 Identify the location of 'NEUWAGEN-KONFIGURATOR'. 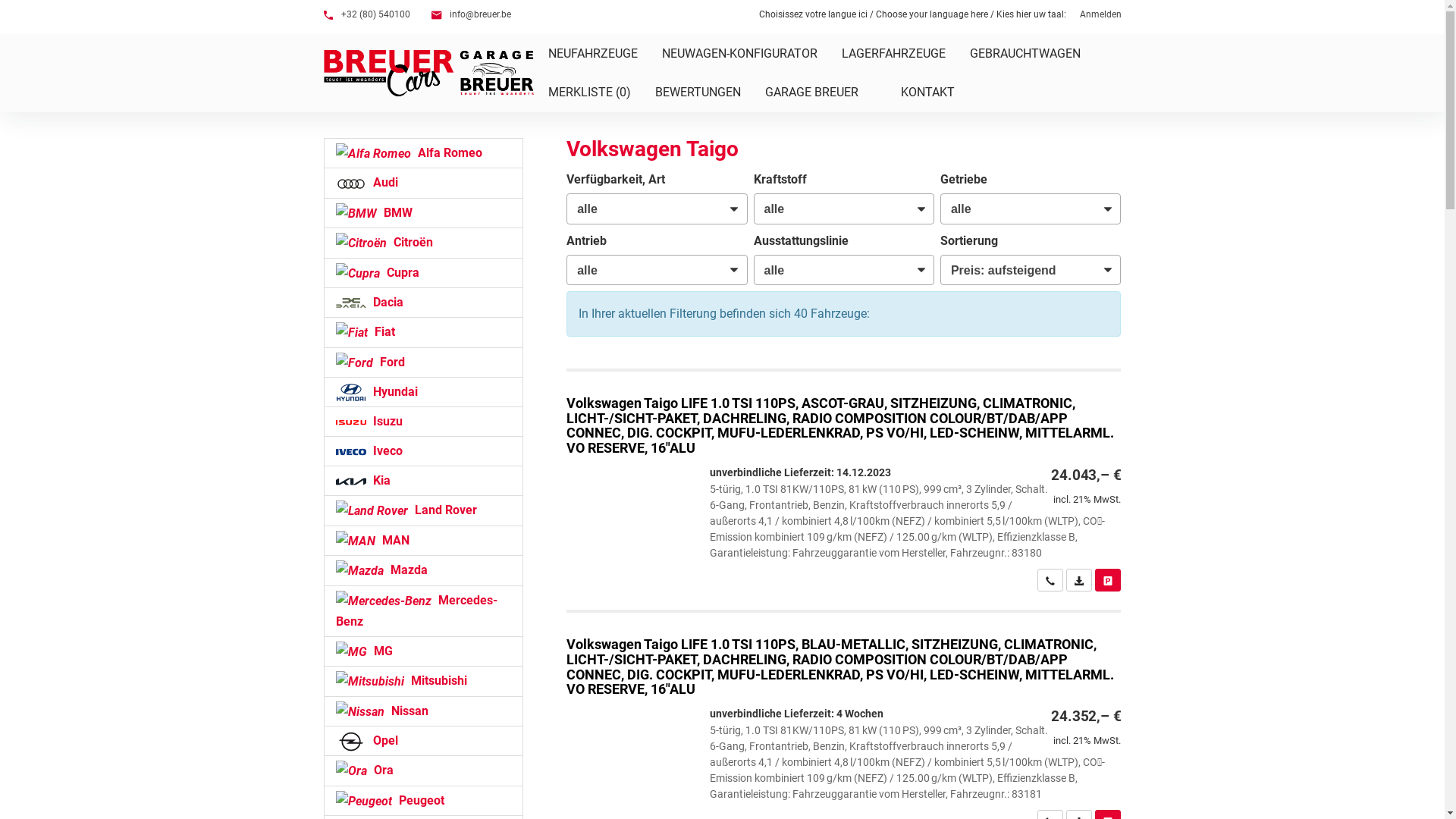
(739, 52).